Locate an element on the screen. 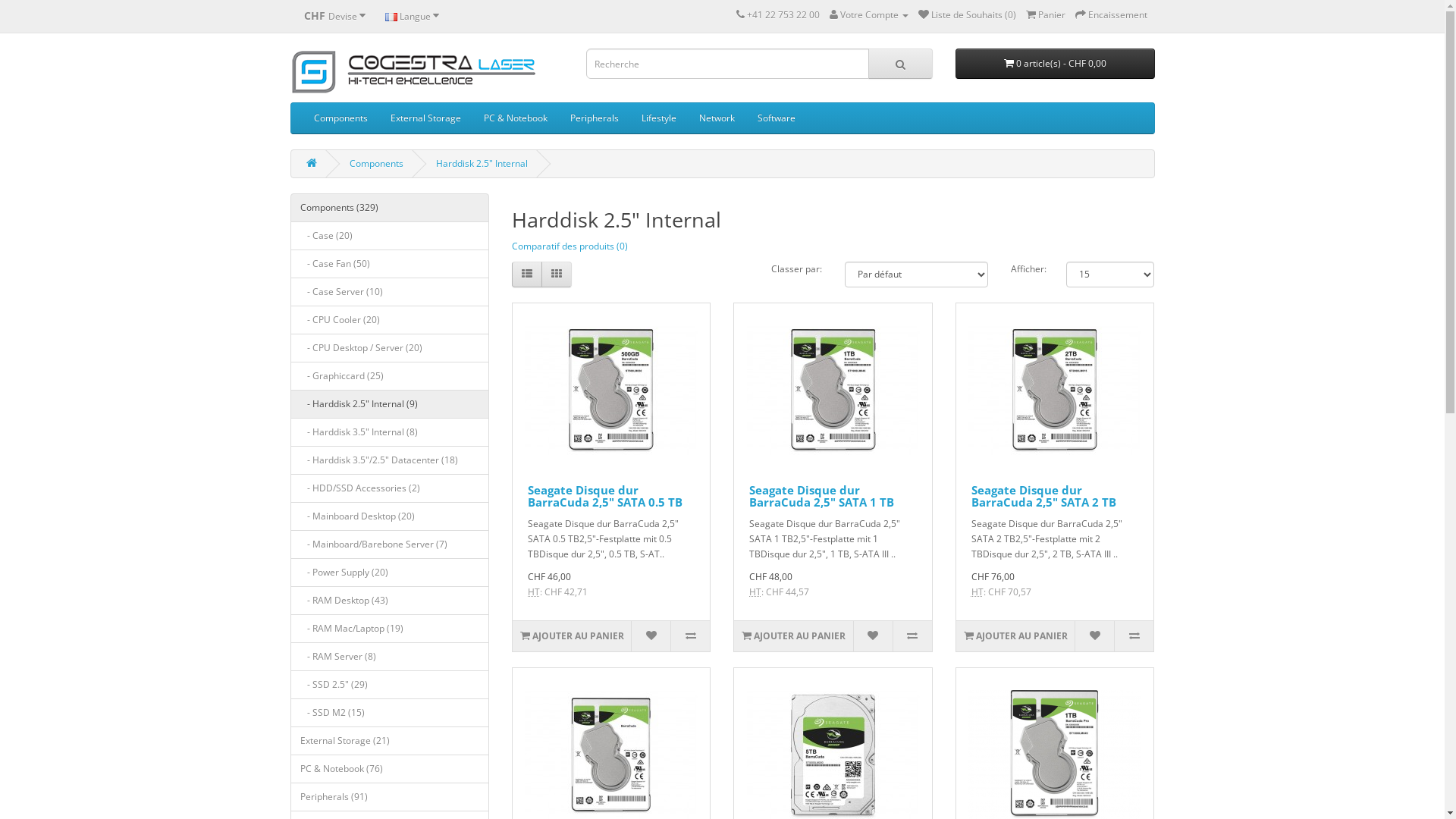 The image size is (1456, 819). 'Liste de Souhaits (0)' is located at coordinates (965, 14).